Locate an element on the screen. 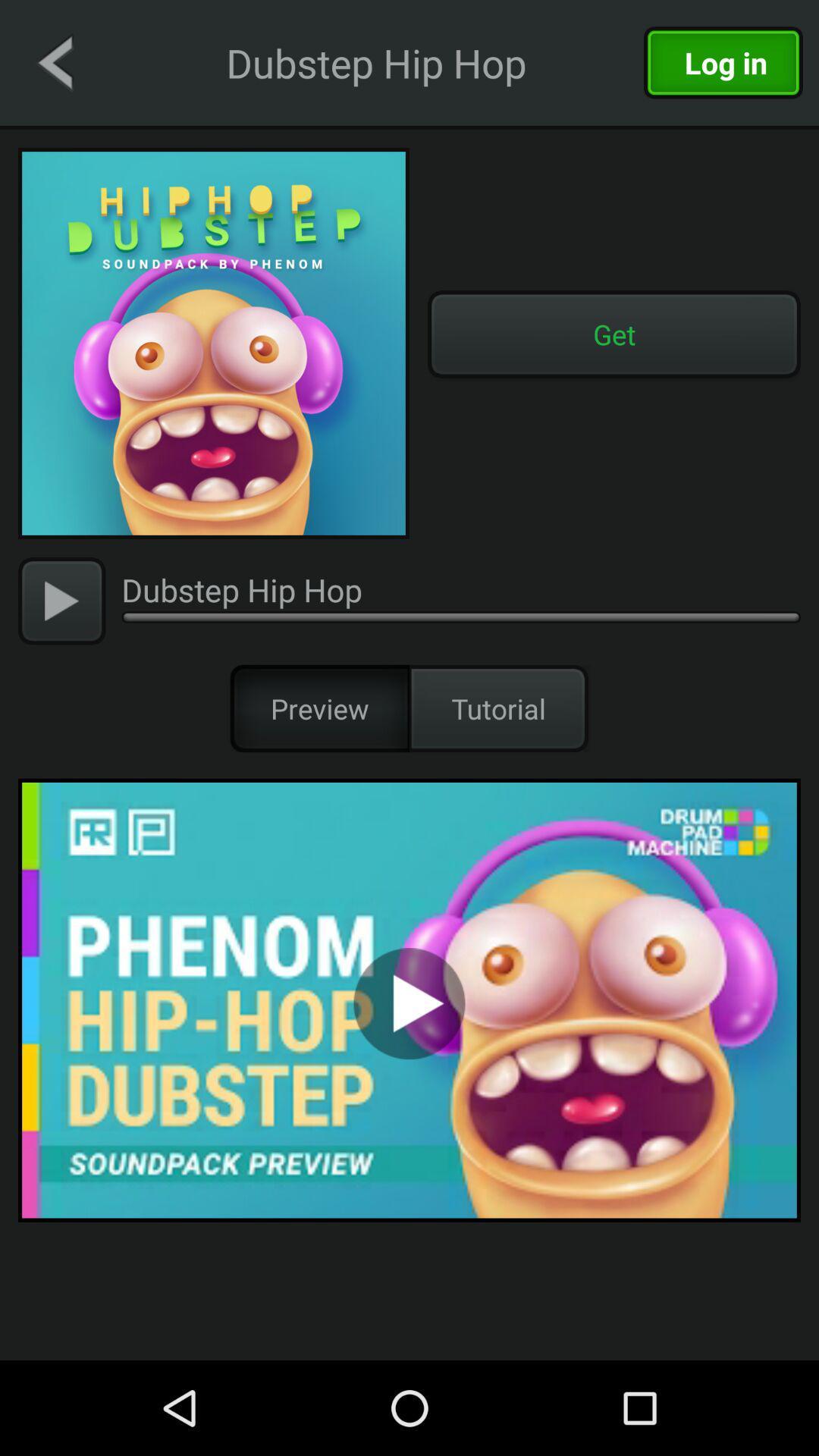 Image resolution: width=819 pixels, height=1456 pixels. the tutorial item is located at coordinates (499, 708).